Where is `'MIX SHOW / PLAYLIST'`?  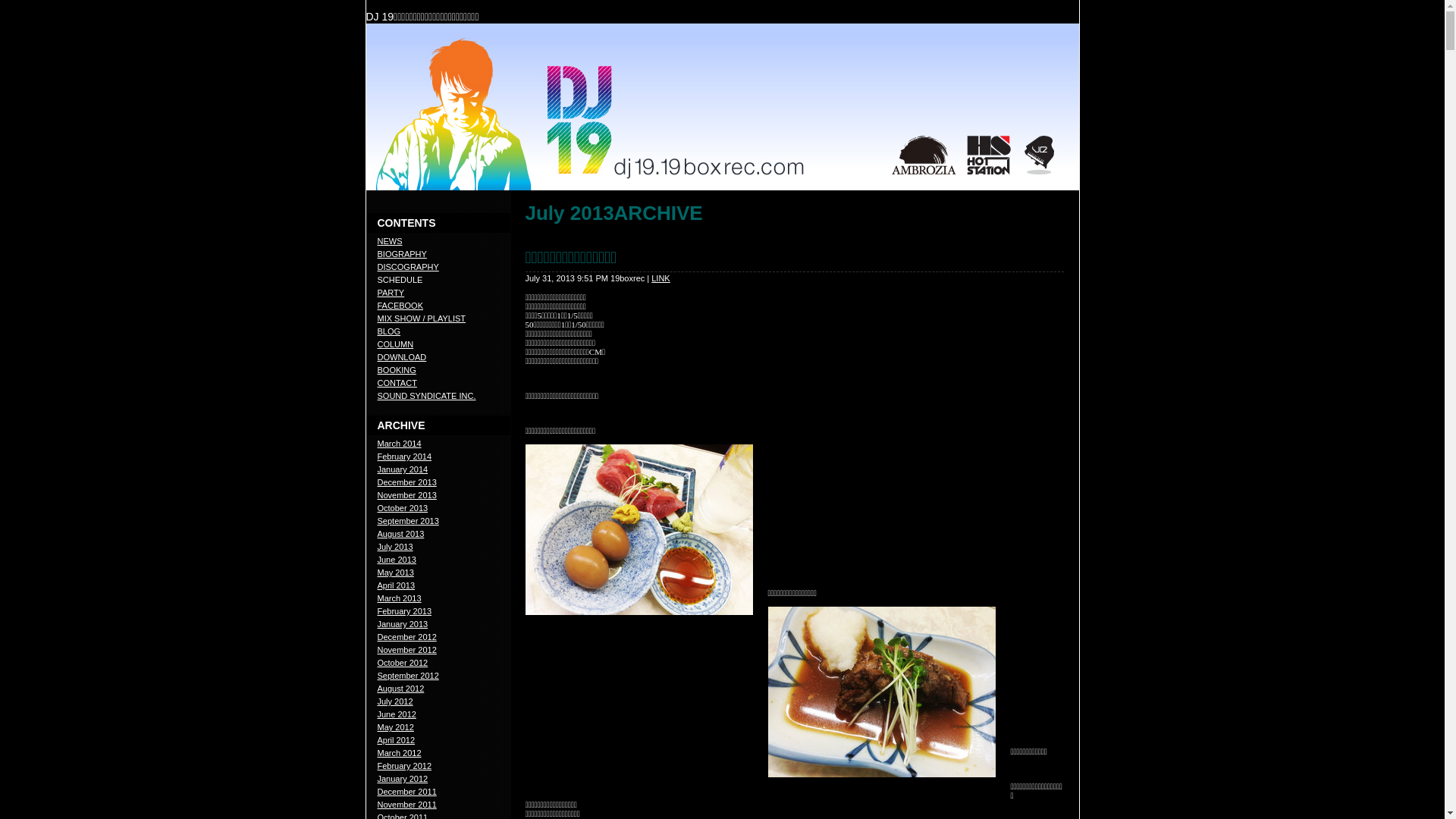
'MIX SHOW / PLAYLIST' is located at coordinates (422, 318).